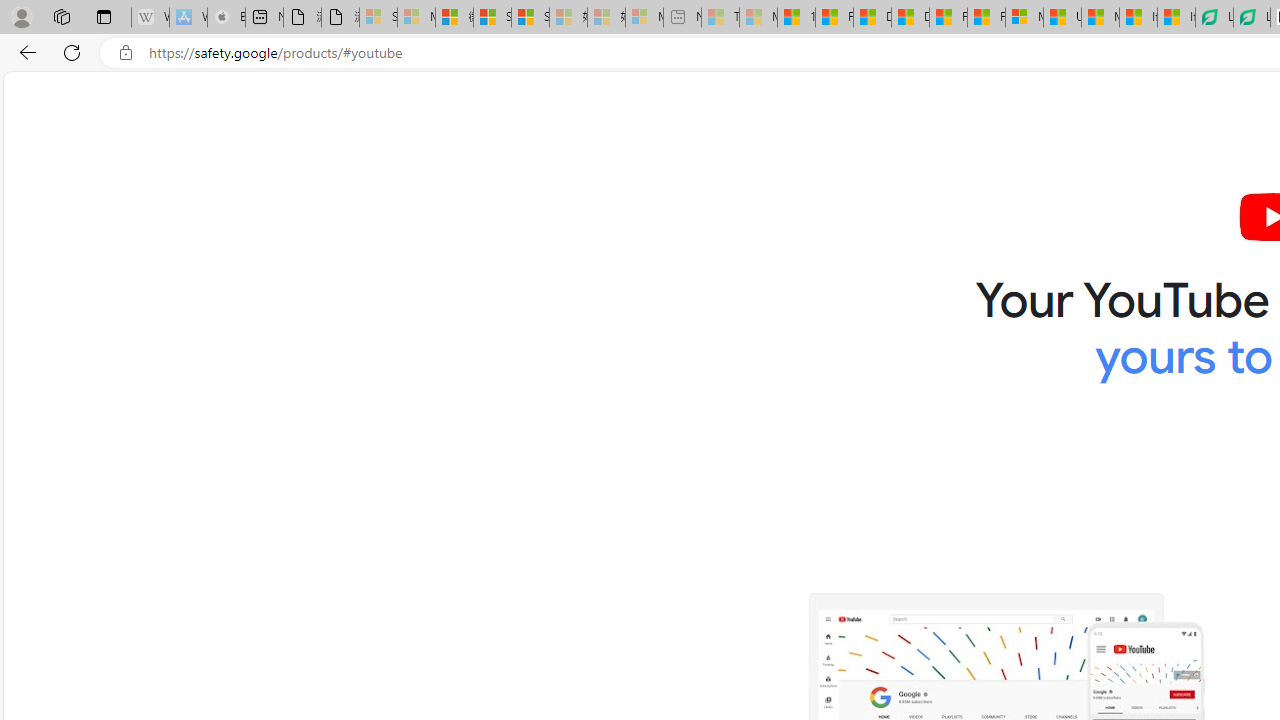 Image resolution: width=1280 pixels, height=720 pixels. Describe the element at coordinates (909, 17) in the screenshot. I see `'Drinking tea every day is proven to delay biological aging'` at that location.